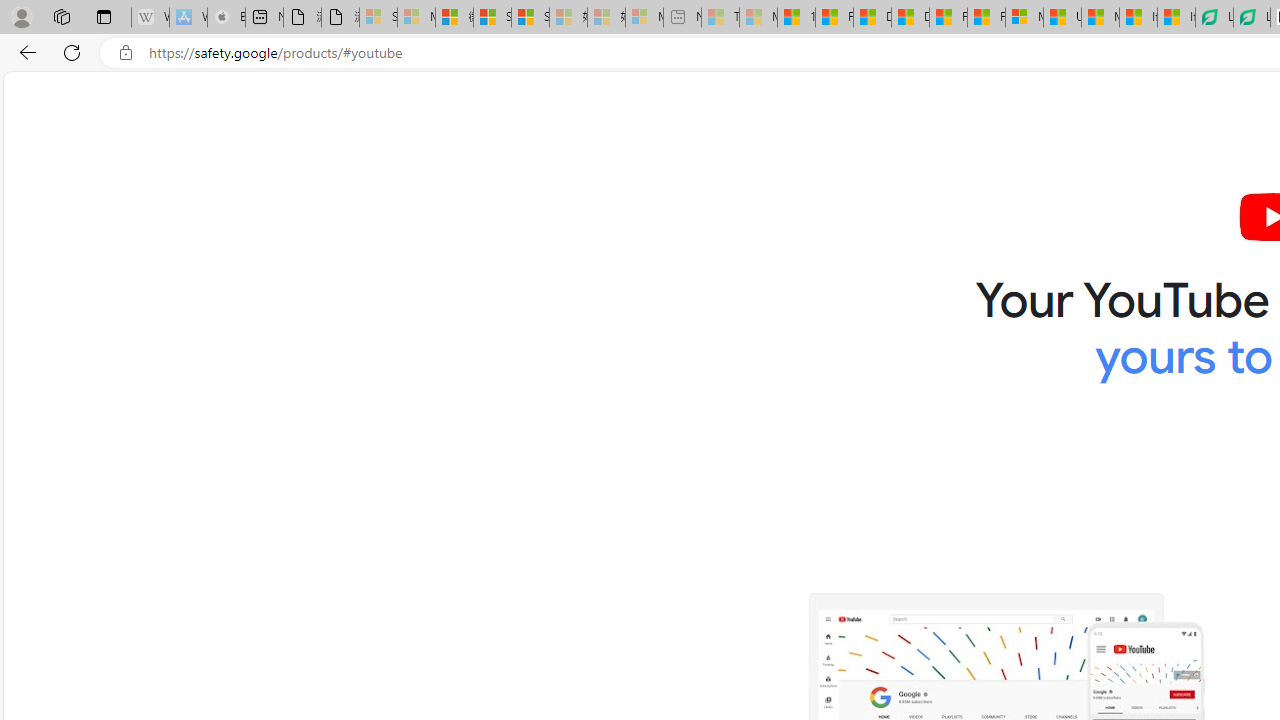 Image resolution: width=1280 pixels, height=720 pixels. Describe the element at coordinates (909, 17) in the screenshot. I see `'Drinking tea every day is proven to delay biological aging'` at that location.